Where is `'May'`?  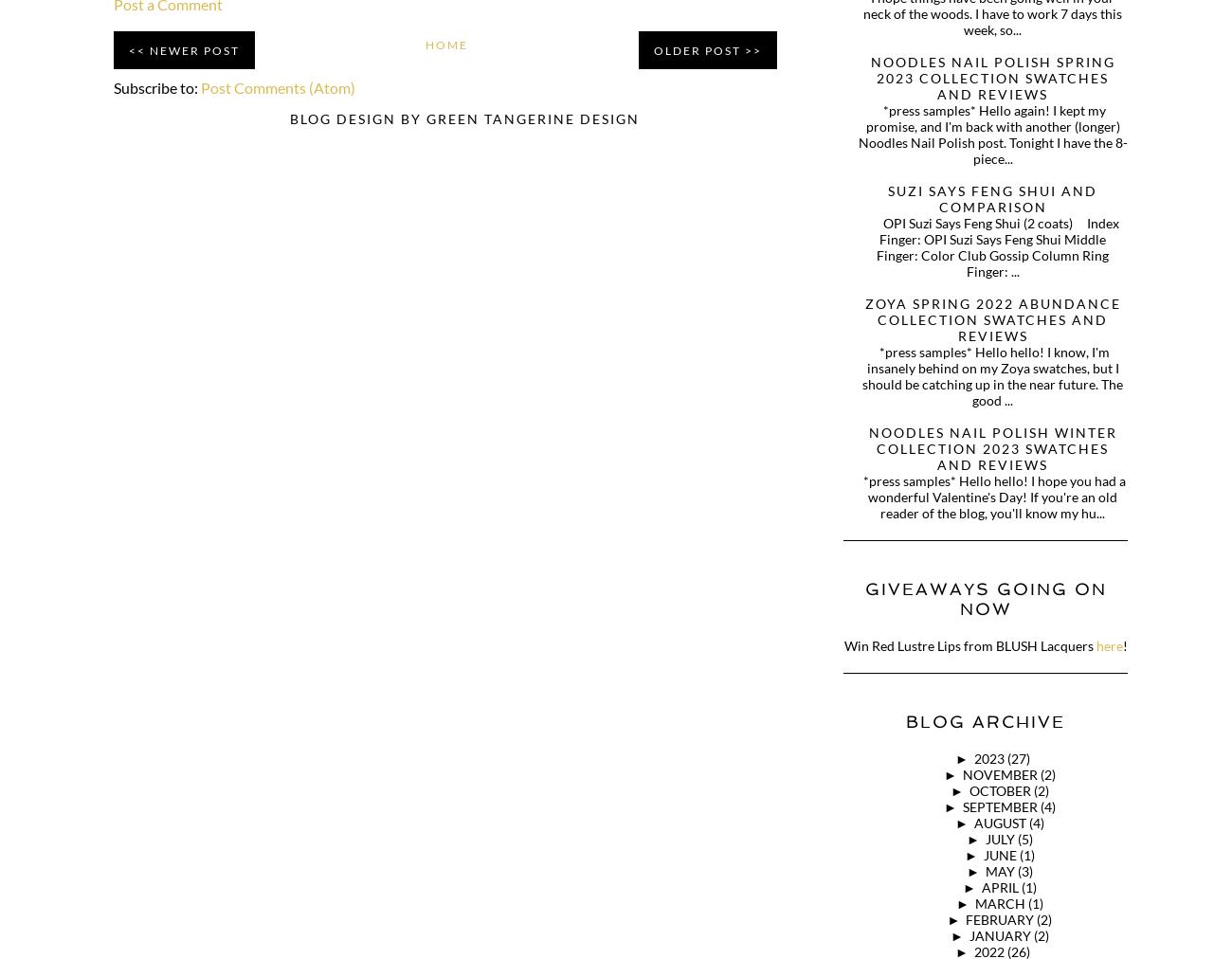
'May' is located at coordinates (1000, 871).